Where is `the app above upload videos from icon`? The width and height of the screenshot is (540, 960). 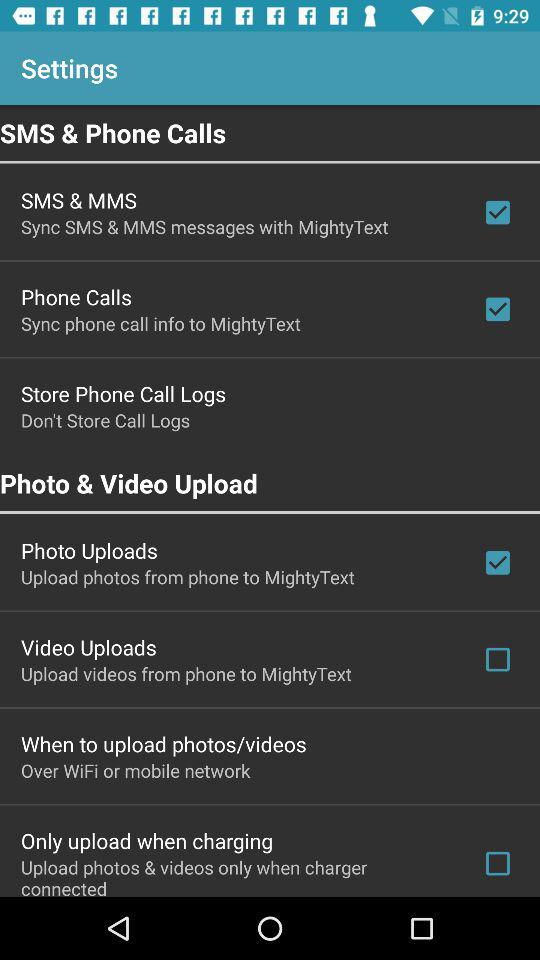
the app above upload videos from icon is located at coordinates (87, 646).